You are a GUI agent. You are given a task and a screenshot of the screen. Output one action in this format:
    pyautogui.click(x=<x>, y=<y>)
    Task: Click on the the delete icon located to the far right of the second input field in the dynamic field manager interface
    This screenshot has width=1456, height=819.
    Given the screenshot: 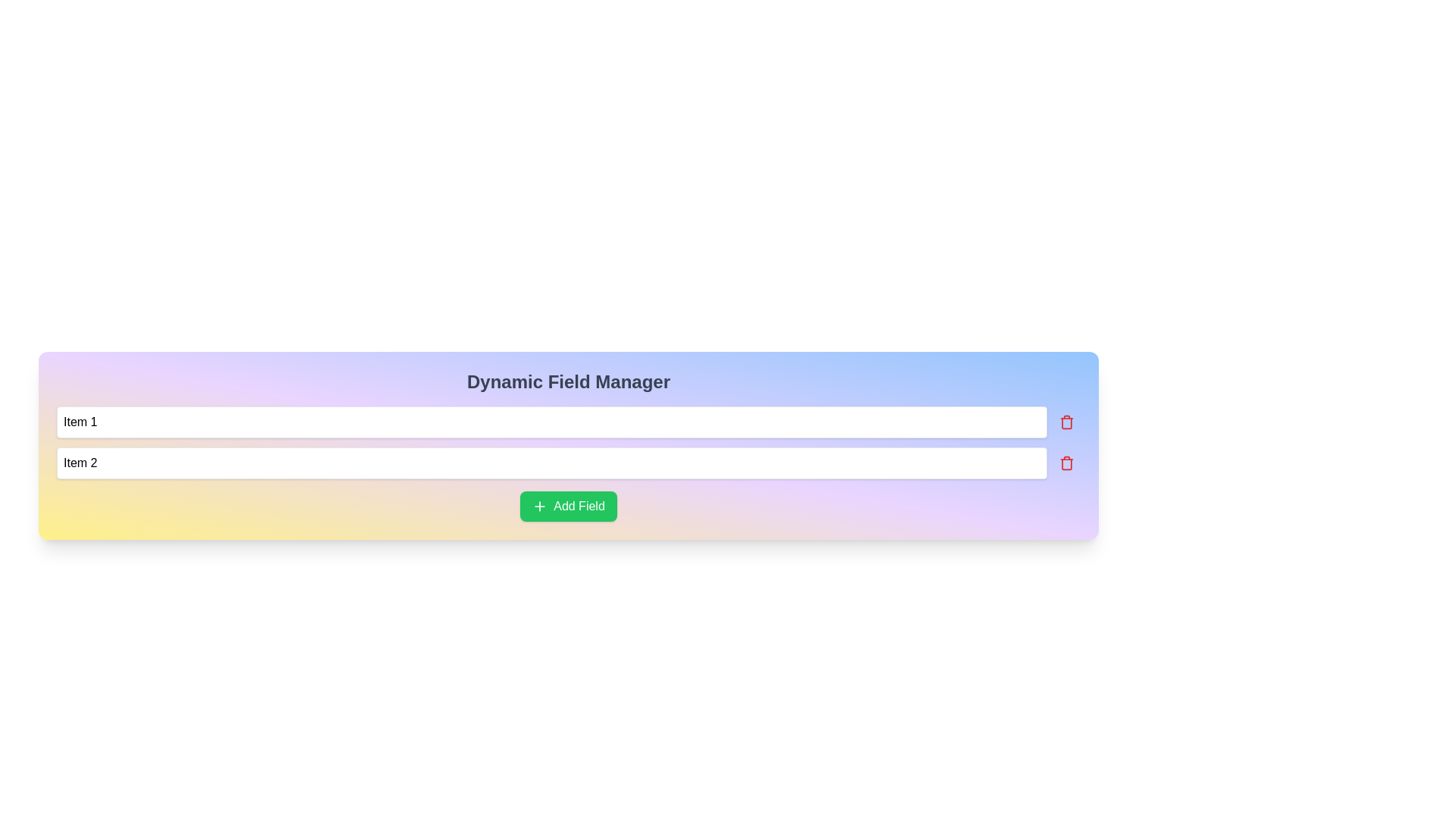 What is the action you would take?
    pyautogui.click(x=1065, y=462)
    